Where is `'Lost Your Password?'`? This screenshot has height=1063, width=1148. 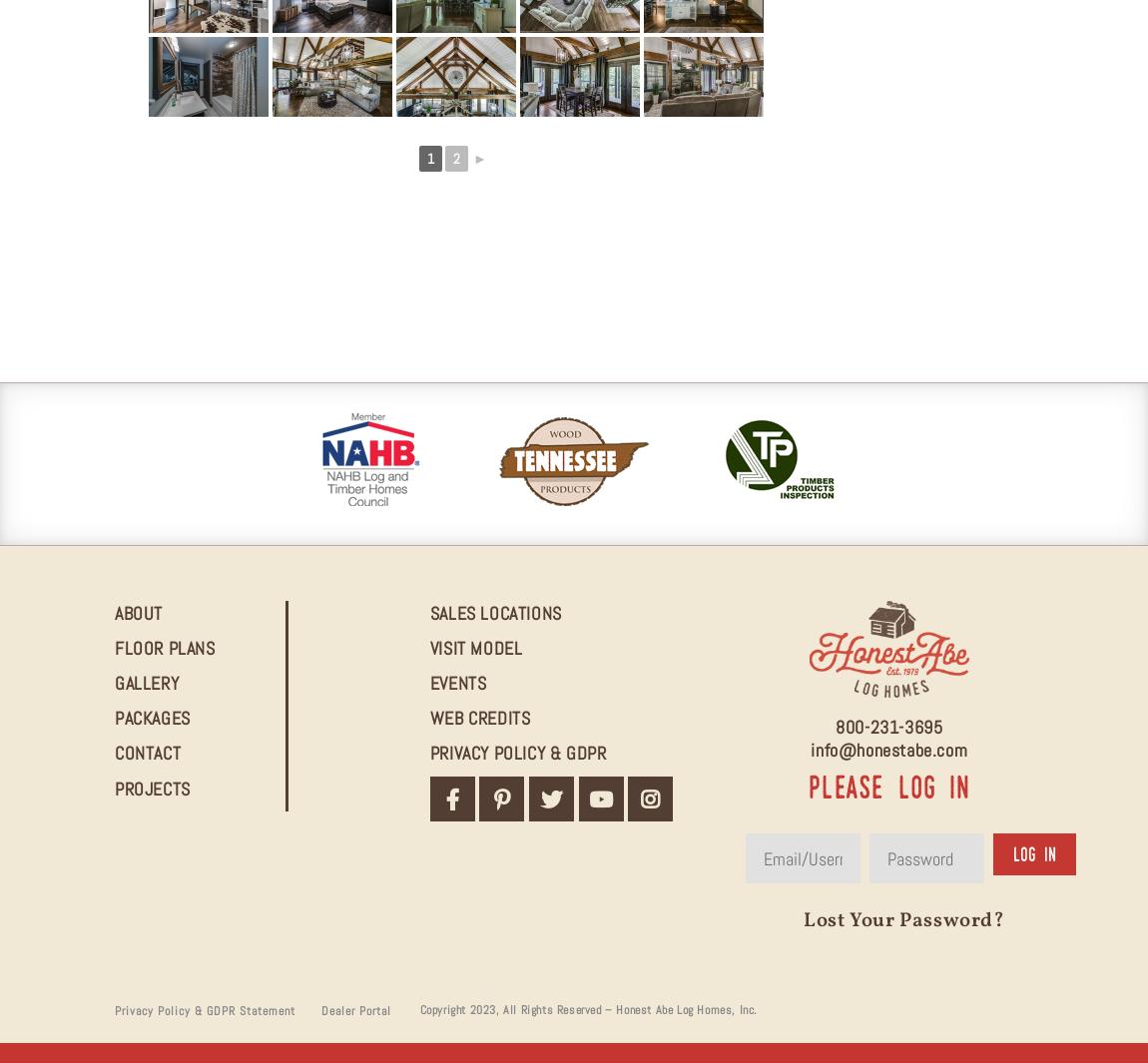 'Lost Your Password?' is located at coordinates (903, 921).